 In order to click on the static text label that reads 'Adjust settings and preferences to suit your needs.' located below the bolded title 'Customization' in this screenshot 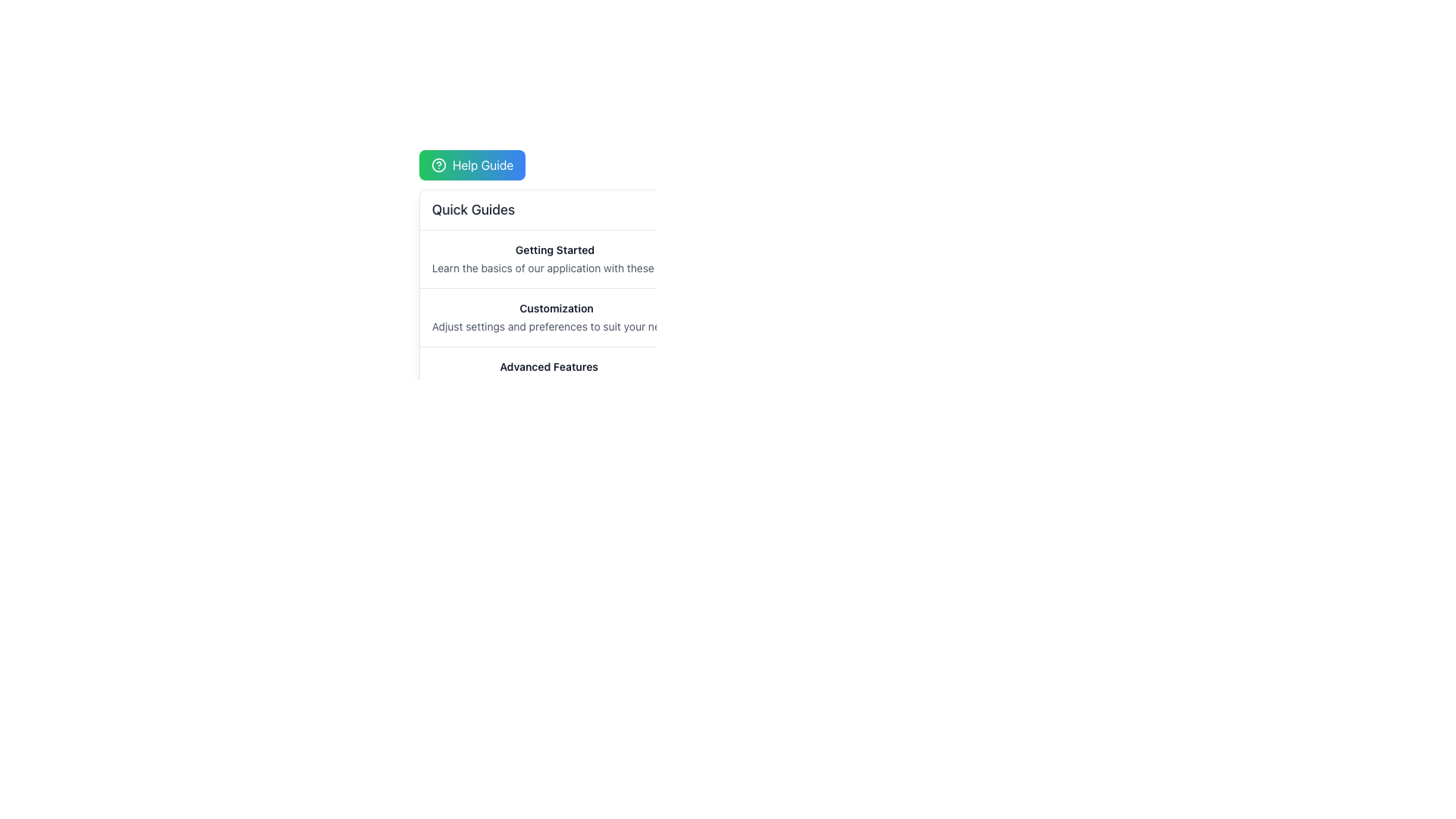, I will do `click(556, 326)`.